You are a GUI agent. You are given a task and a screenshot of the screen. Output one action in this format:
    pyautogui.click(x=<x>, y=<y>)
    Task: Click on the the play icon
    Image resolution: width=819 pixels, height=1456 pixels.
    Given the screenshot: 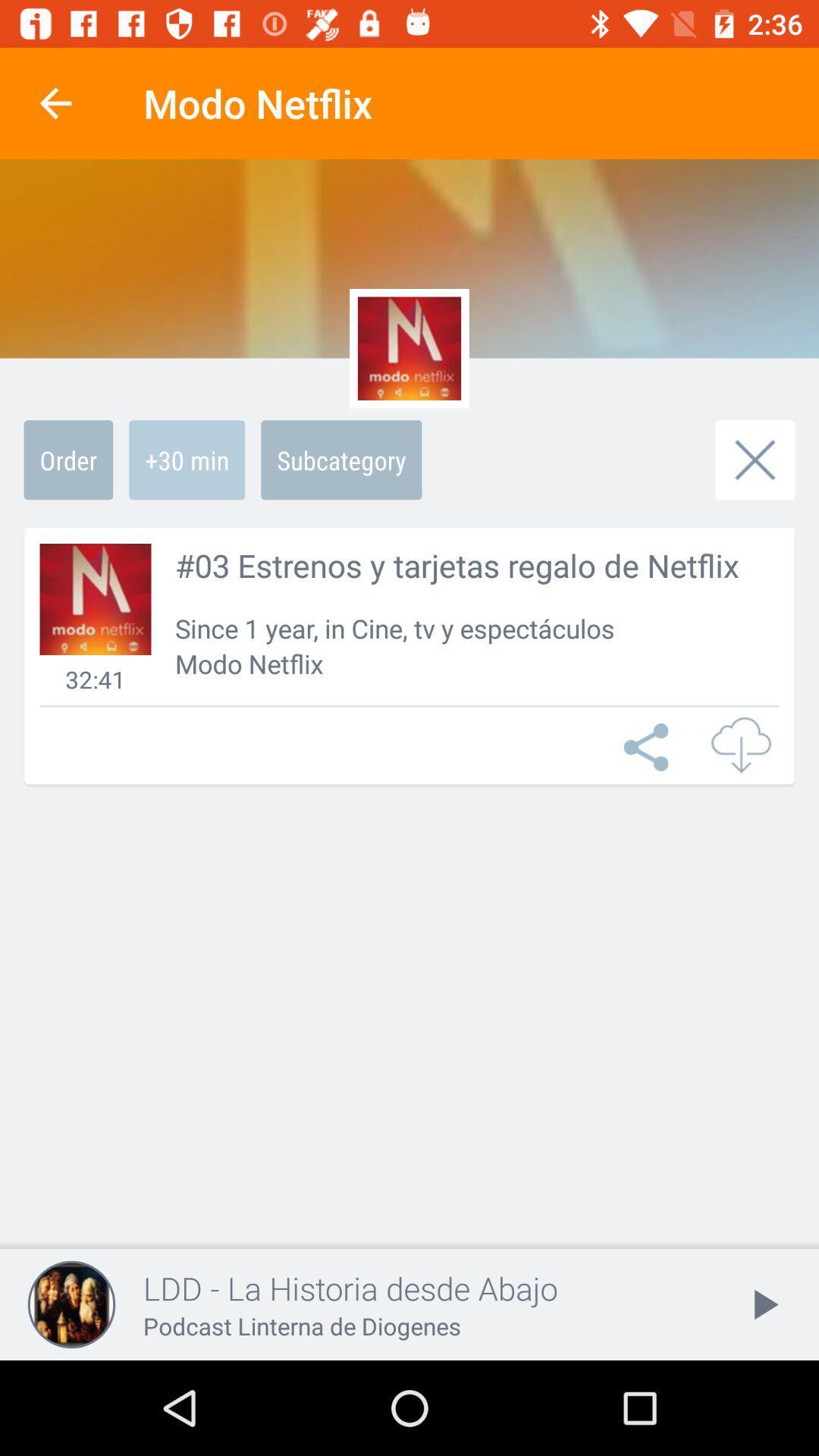 What is the action you would take?
    pyautogui.click(x=763, y=1304)
    